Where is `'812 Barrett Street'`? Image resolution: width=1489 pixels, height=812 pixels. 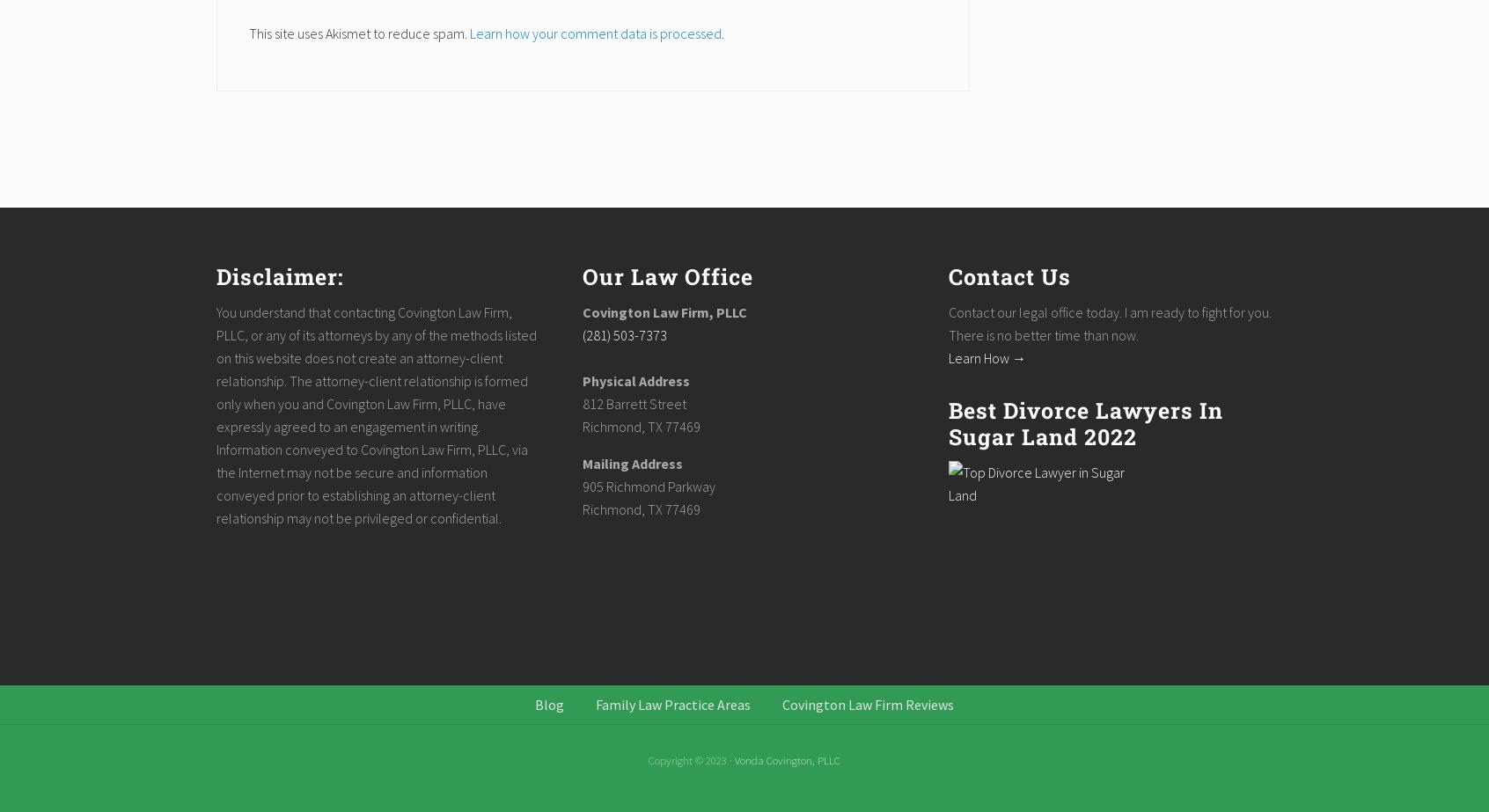
'812 Barrett Street' is located at coordinates (632, 404).